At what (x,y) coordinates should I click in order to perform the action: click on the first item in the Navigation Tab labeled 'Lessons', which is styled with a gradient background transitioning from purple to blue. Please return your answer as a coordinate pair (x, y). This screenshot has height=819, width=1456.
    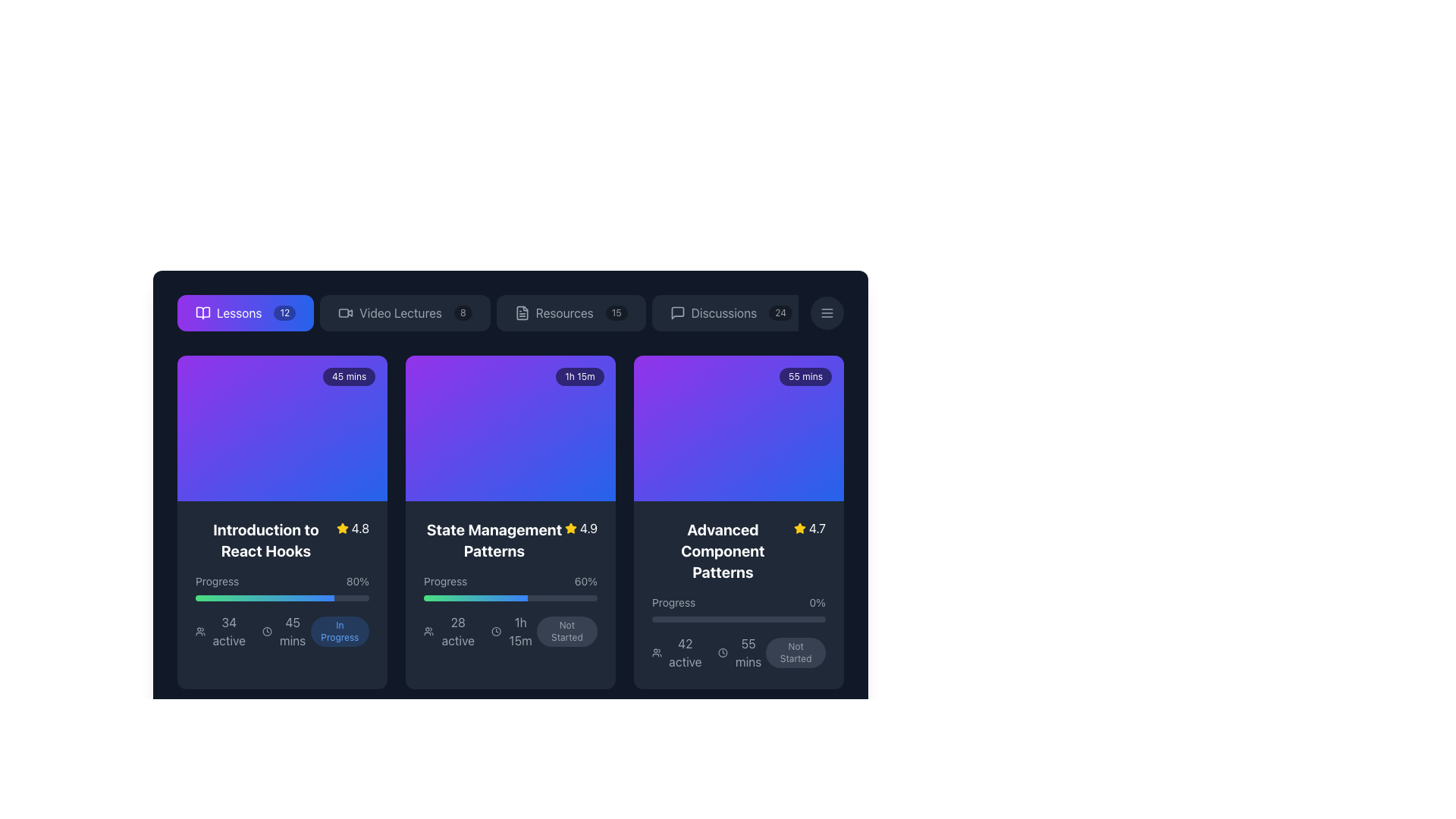
    Looking at the image, I should click on (488, 312).